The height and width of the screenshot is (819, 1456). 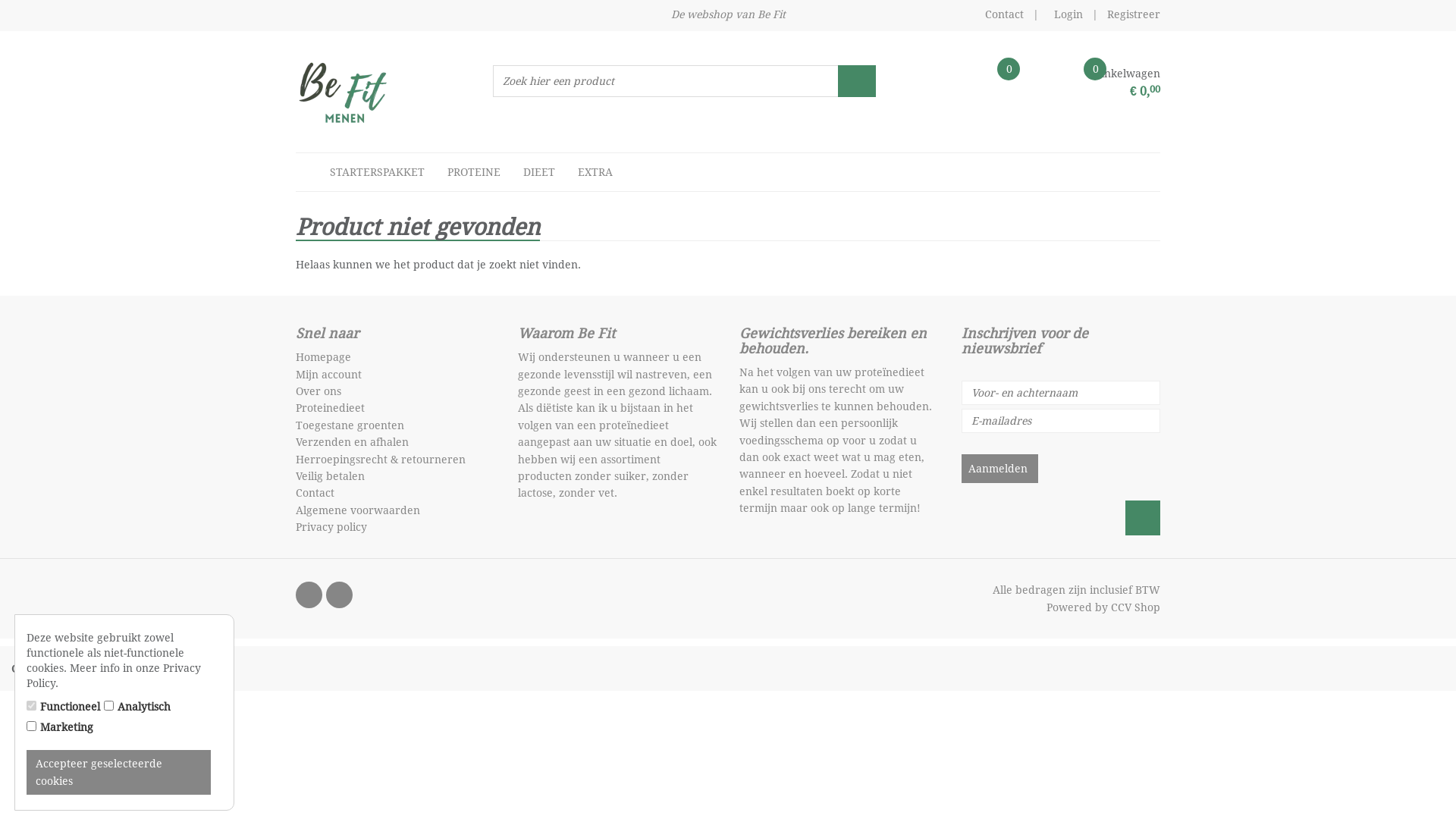 I want to click on 'Contact', so click(x=1004, y=14).